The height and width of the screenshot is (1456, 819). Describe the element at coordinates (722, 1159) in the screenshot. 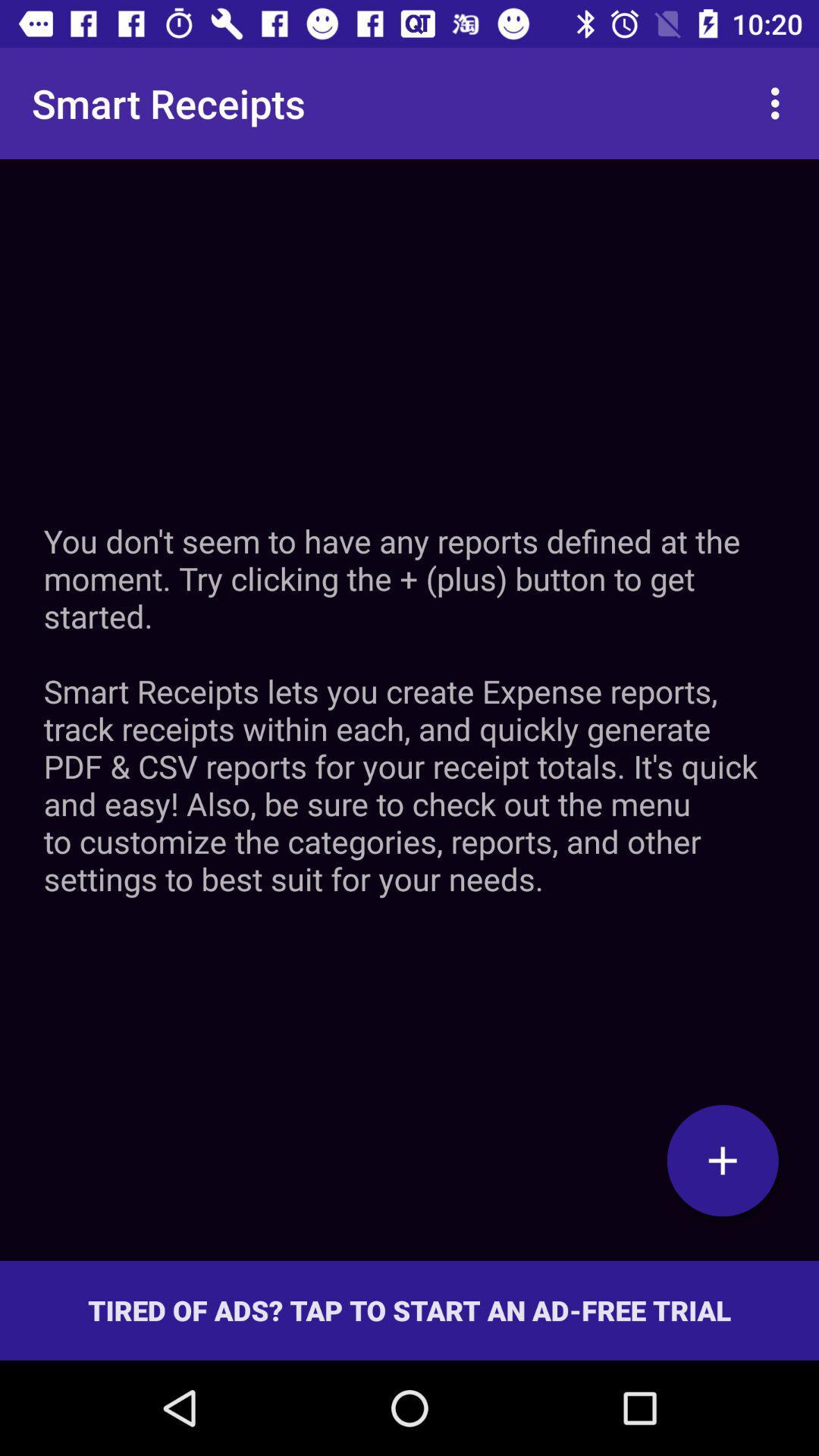

I see `the add icon` at that location.